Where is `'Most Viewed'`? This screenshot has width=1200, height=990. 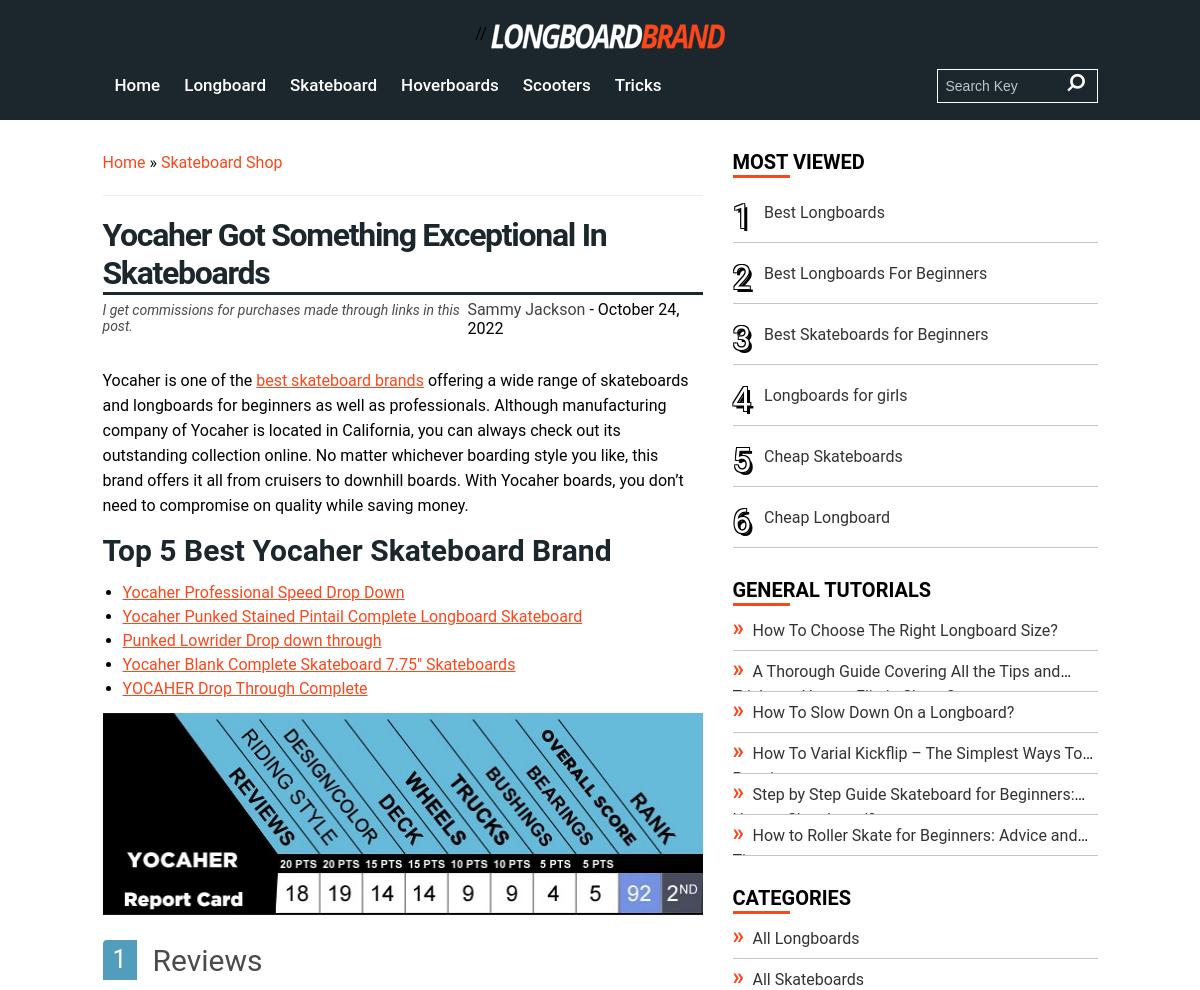
'Most Viewed' is located at coordinates (797, 161).